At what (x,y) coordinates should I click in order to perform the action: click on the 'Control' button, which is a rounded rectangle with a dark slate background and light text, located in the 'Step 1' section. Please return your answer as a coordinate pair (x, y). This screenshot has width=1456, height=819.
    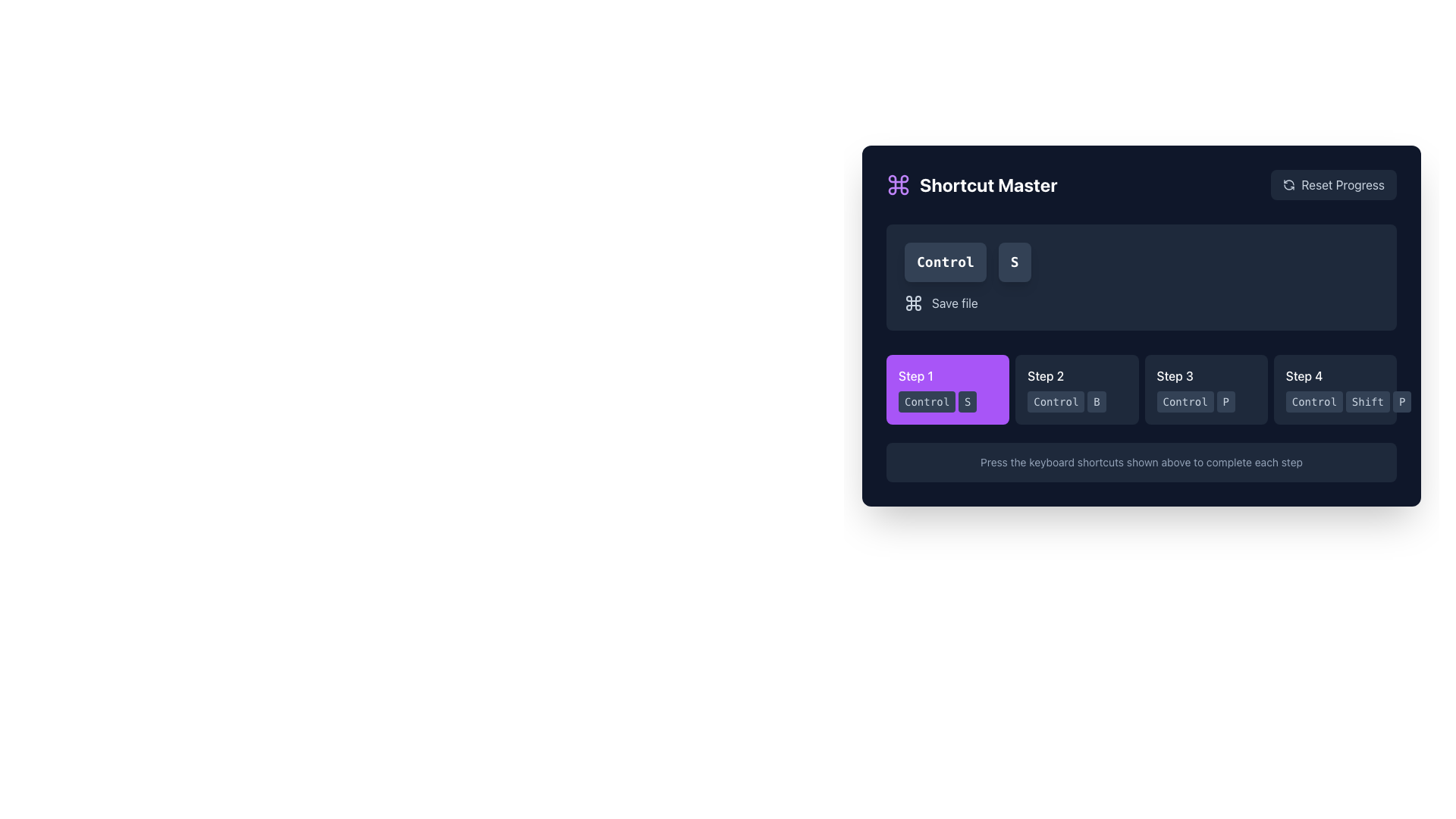
    Looking at the image, I should click on (926, 400).